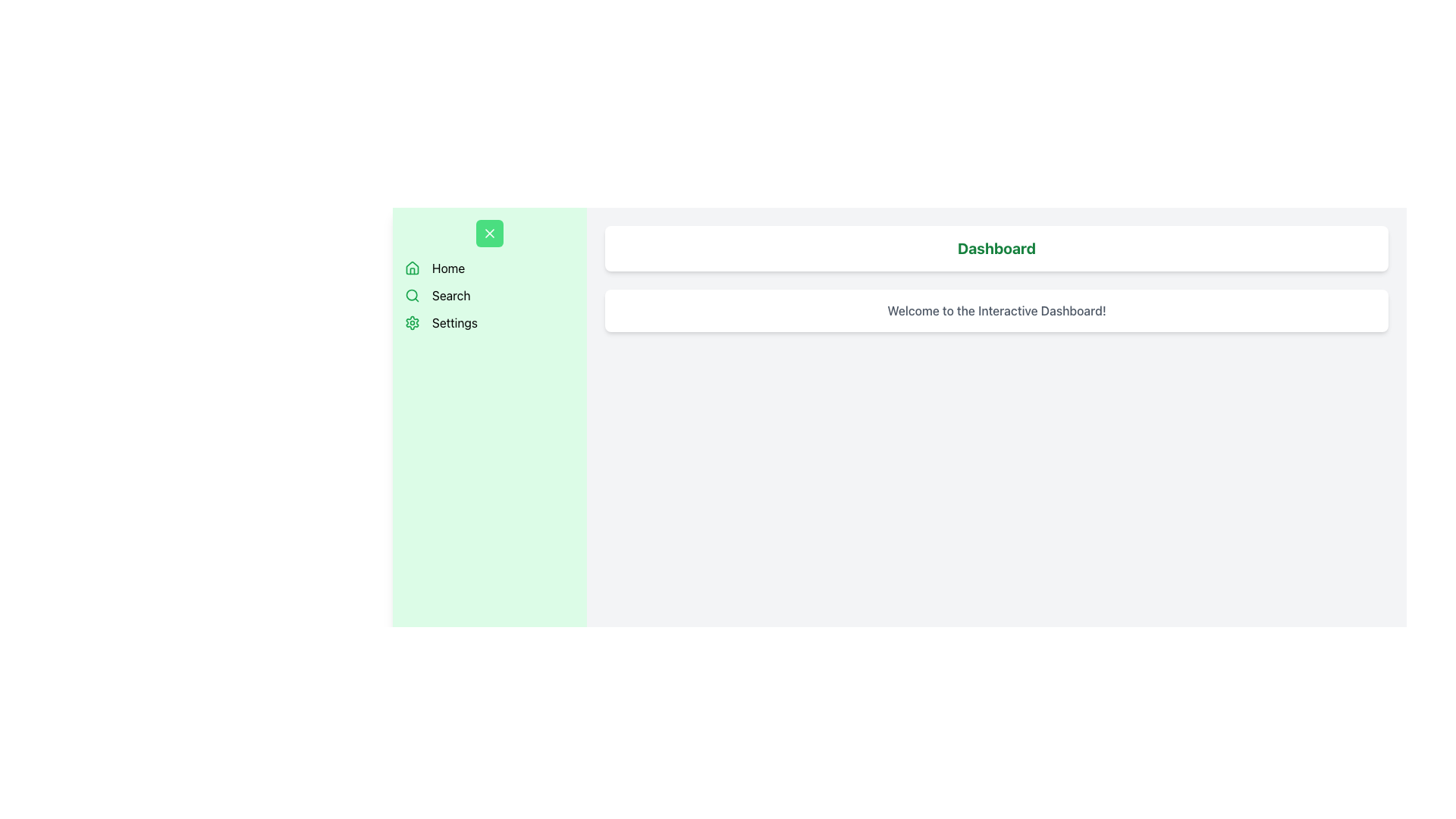 The image size is (1456, 819). Describe the element at coordinates (412, 295) in the screenshot. I see `the search icon located in the vertical navigation panel, which is the second icon from the top, to activate the search functionality` at that location.